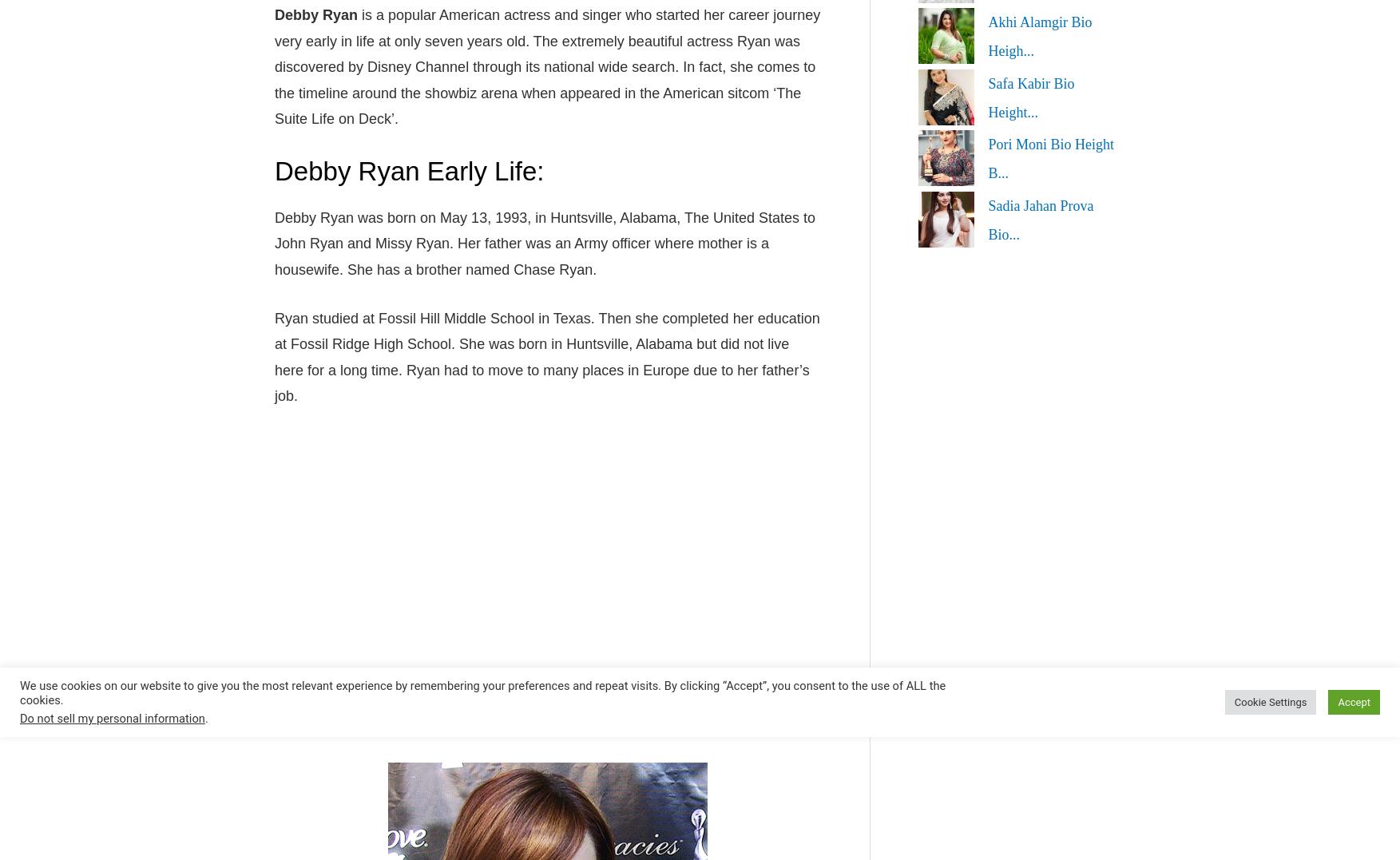 The width and height of the screenshot is (1400, 860). Describe the element at coordinates (482, 692) in the screenshot. I see `'We use cookies on our website to give you the most relevant experience by remembering your preferences and repeat visits. By clicking “Accept”, you consent to the use of ALL the cookies.'` at that location.